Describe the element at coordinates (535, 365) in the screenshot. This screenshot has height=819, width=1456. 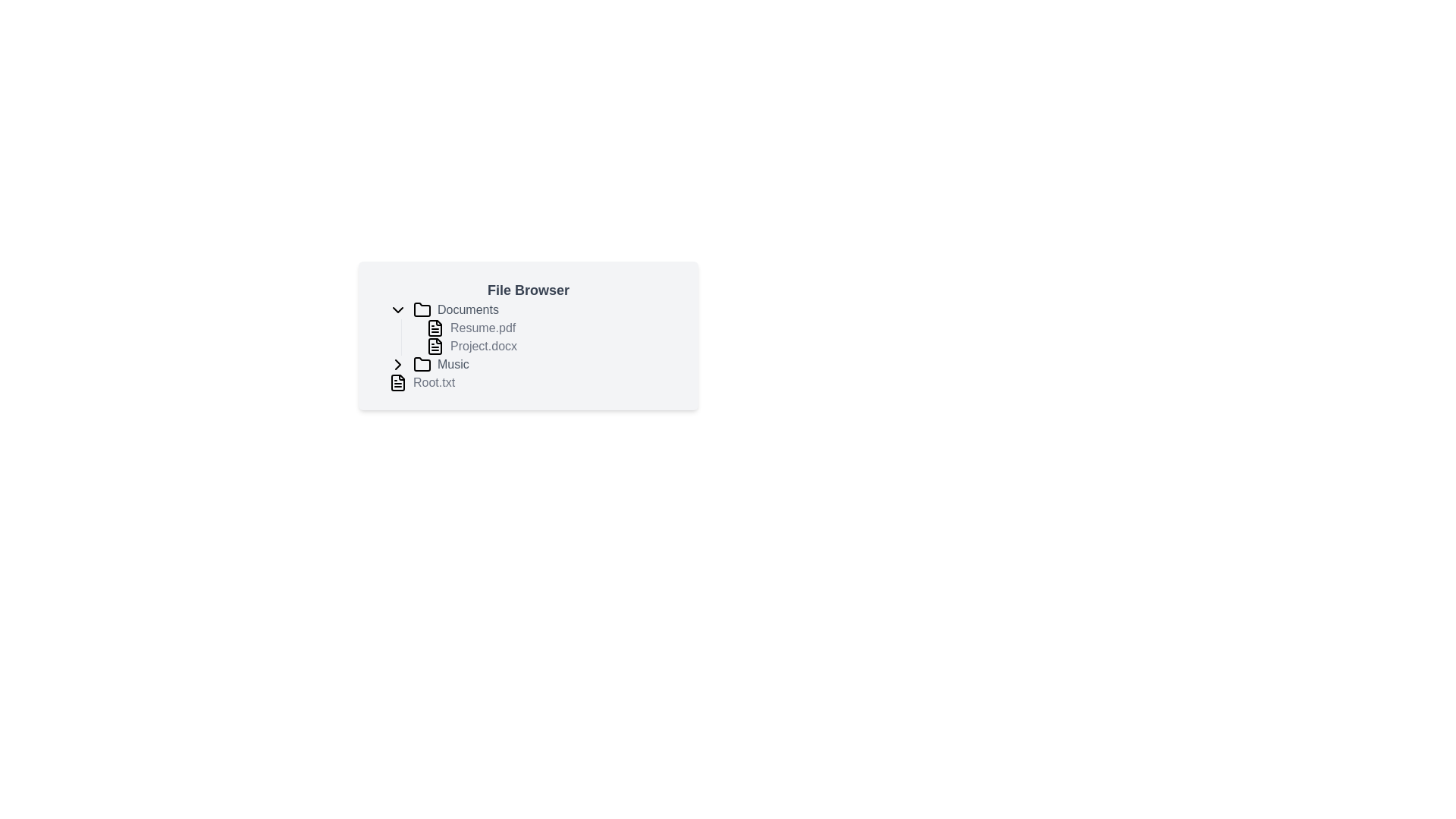
I see `the interactive folder entry labeled 'Music' in the file browser` at that location.